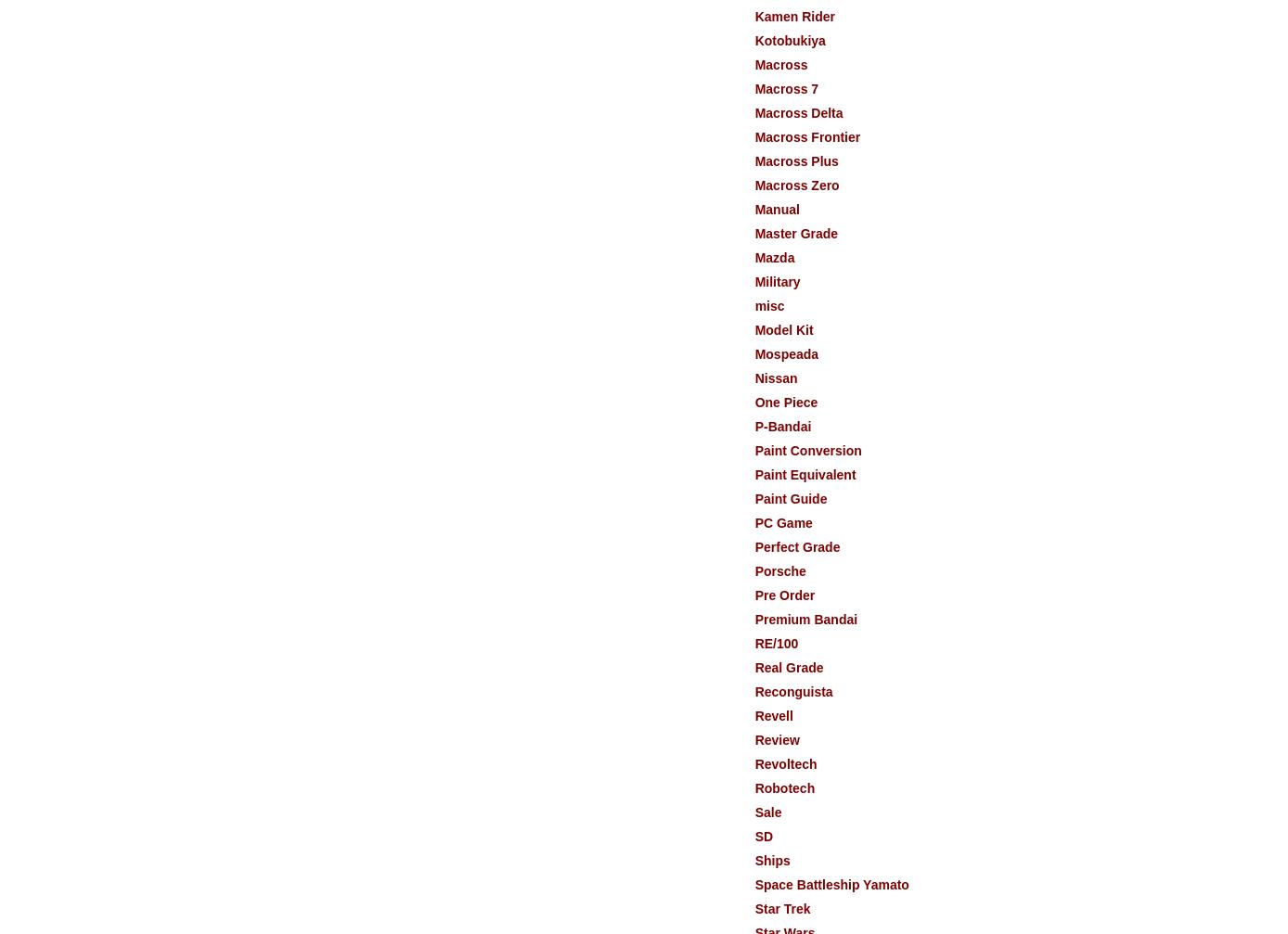  What do you see at coordinates (753, 450) in the screenshot?
I see `'Paint Conversion'` at bounding box center [753, 450].